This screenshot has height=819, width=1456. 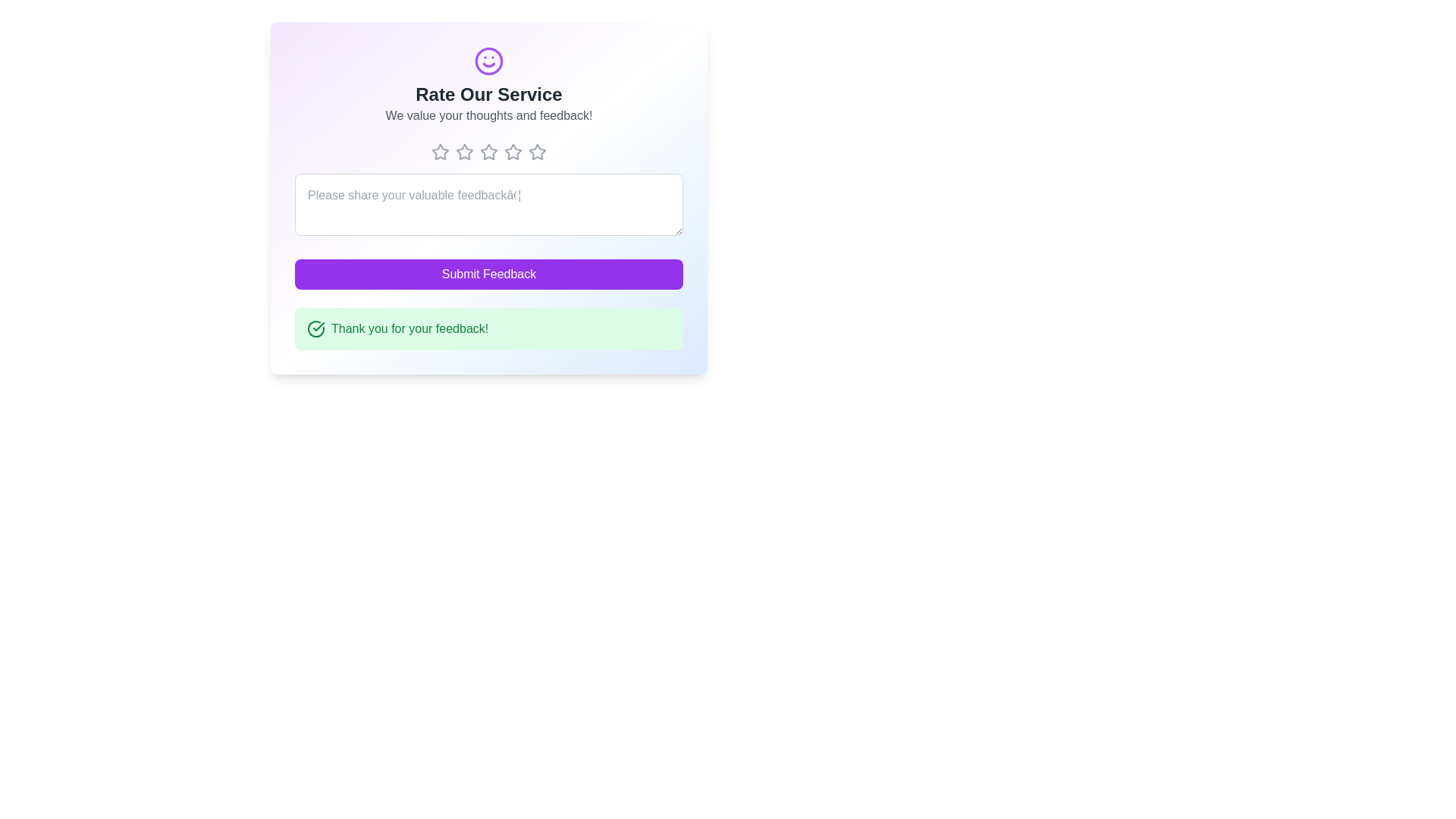 I want to click on the third star-shaped interactive rating icon, which is highlighted to indicate selection, so click(x=513, y=152).